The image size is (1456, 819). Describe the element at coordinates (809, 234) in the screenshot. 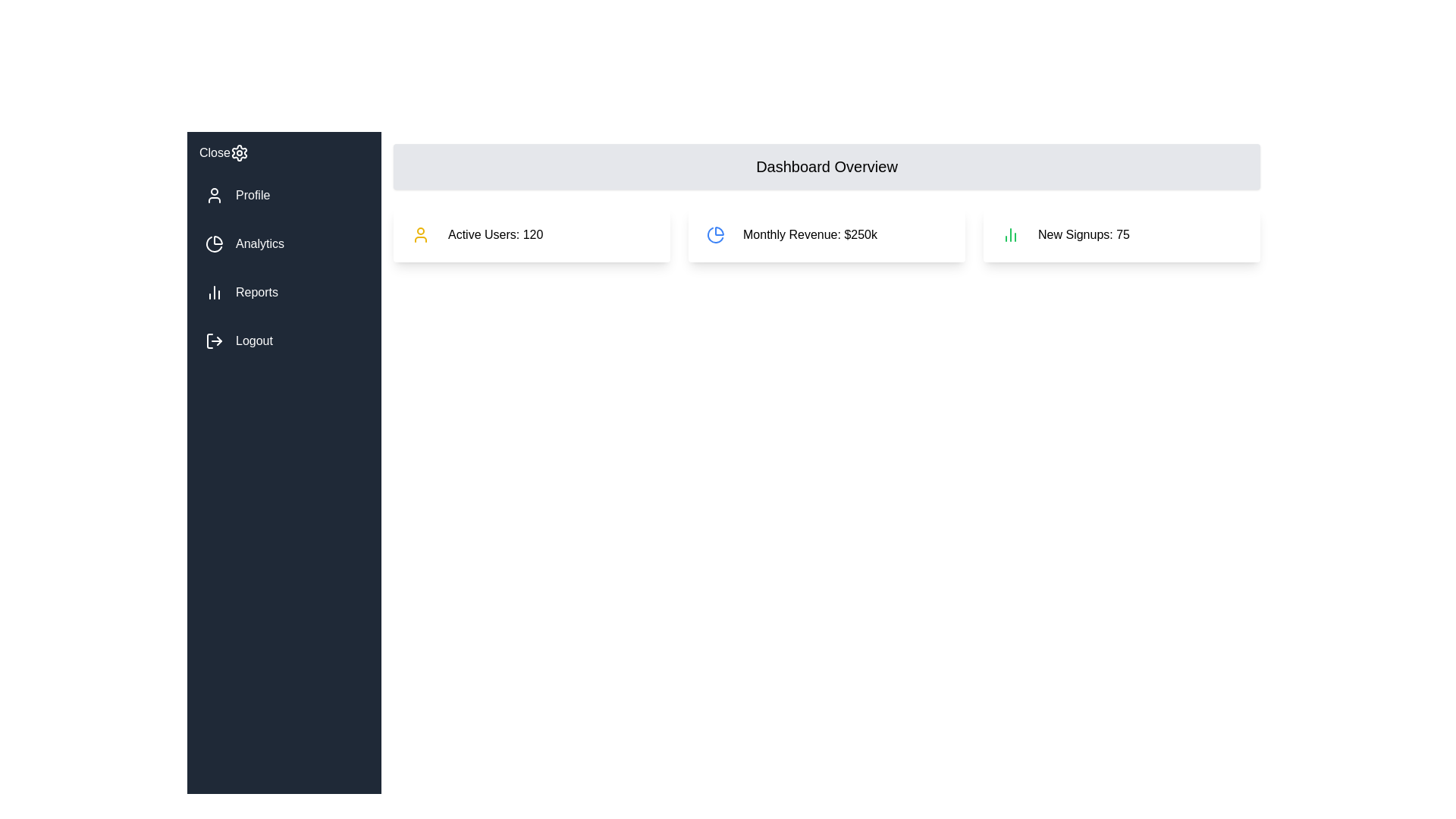

I see `text displayed in the center text label showing the monthly revenue, located in the dashboard overview layout` at that location.